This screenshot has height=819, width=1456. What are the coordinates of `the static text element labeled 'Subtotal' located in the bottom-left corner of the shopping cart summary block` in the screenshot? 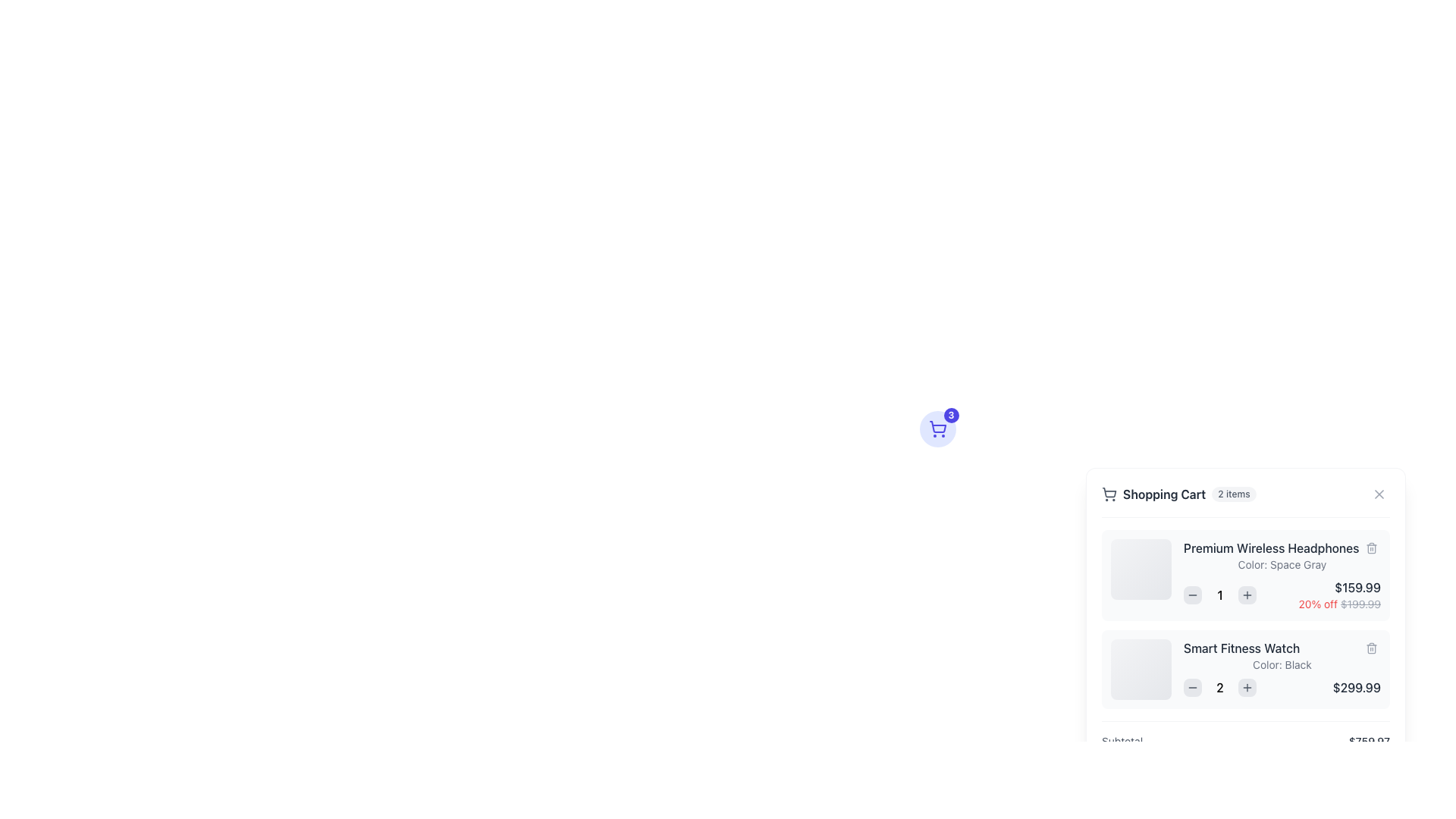 It's located at (1122, 741).